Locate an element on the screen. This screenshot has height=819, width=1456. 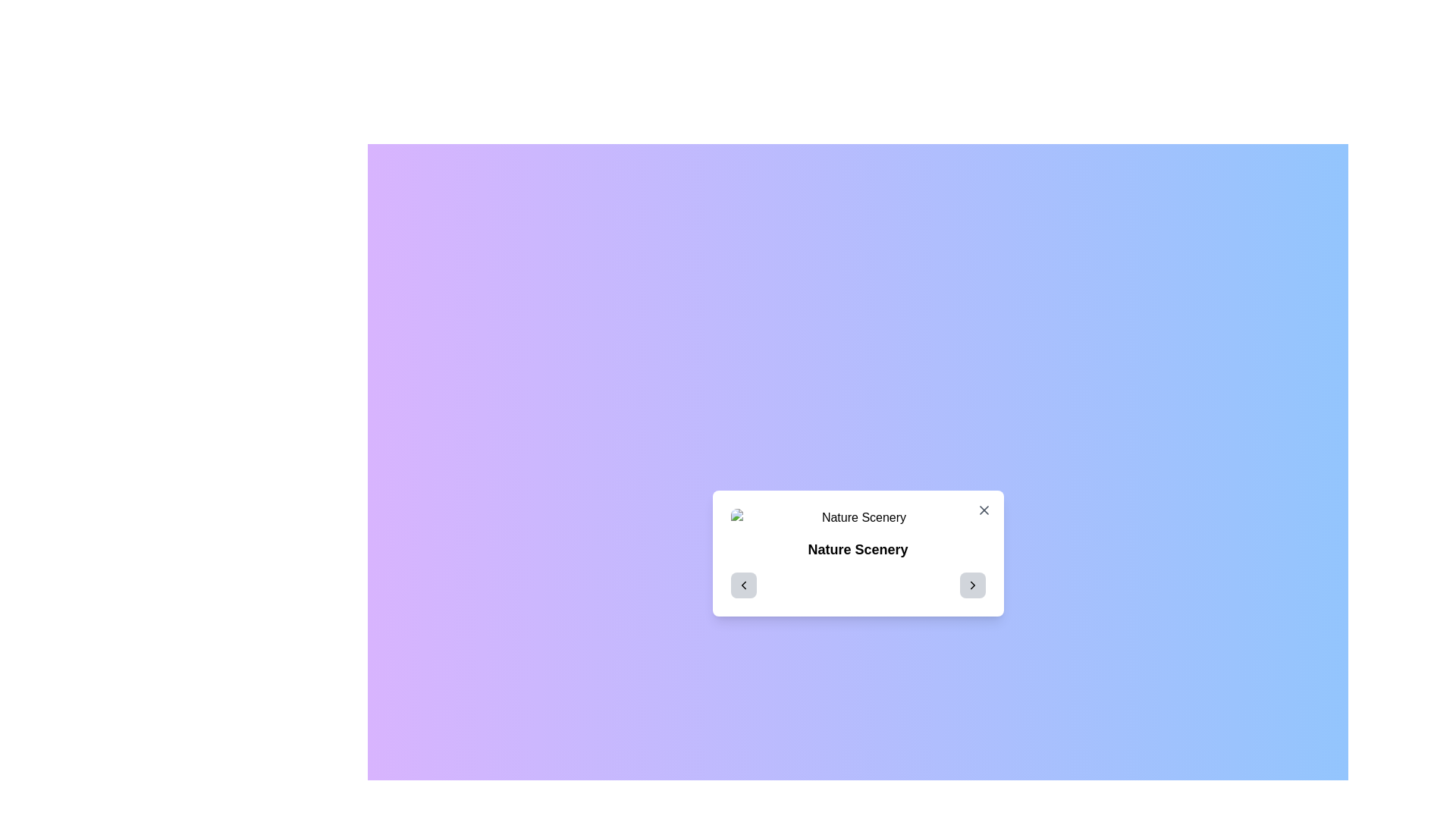
the right button at the bottom-right corner of the dialog box, which has a light gray color and a black right-facing chevron icon is located at coordinates (972, 584).